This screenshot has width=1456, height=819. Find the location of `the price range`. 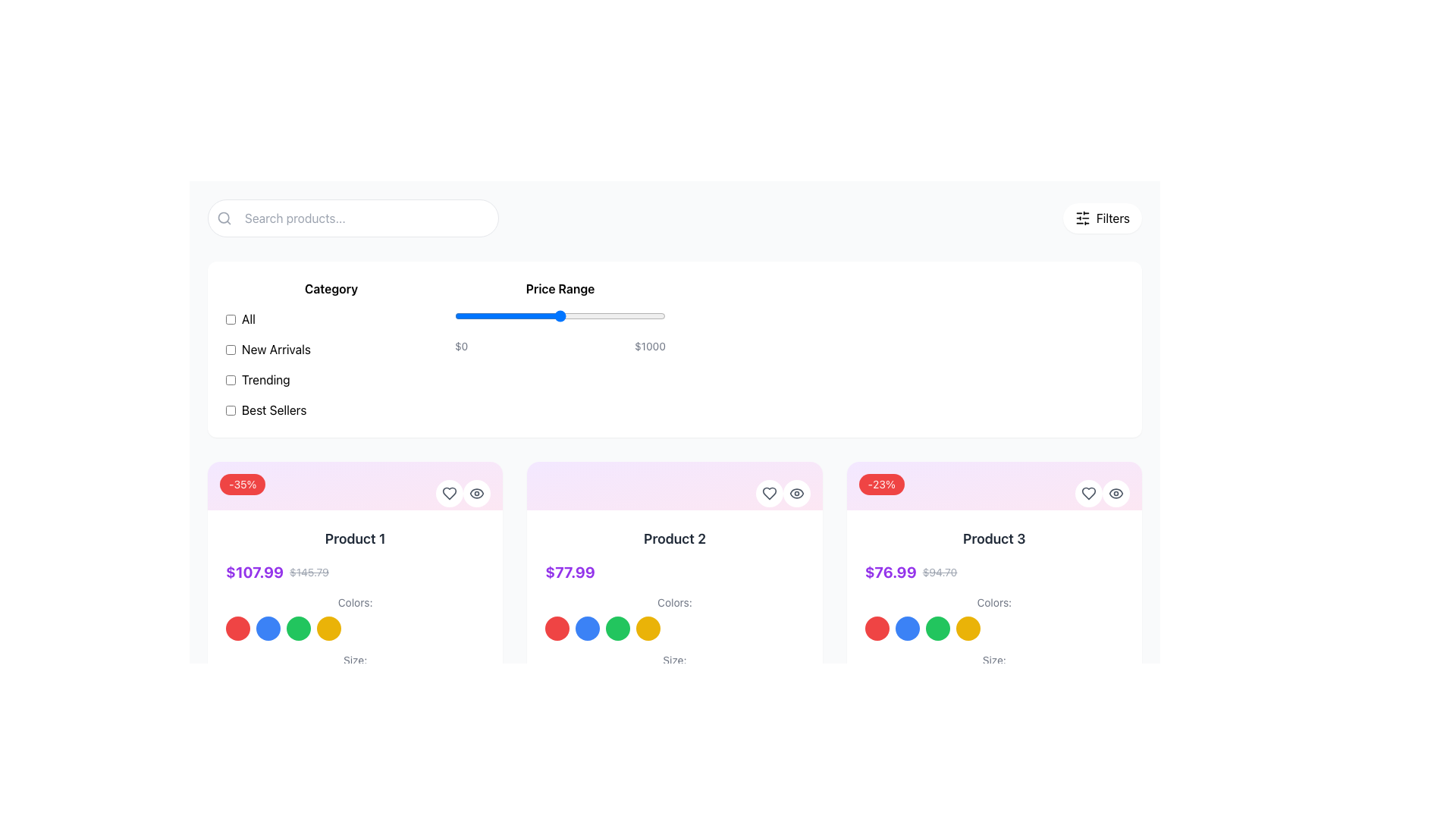

the price range is located at coordinates (618, 315).